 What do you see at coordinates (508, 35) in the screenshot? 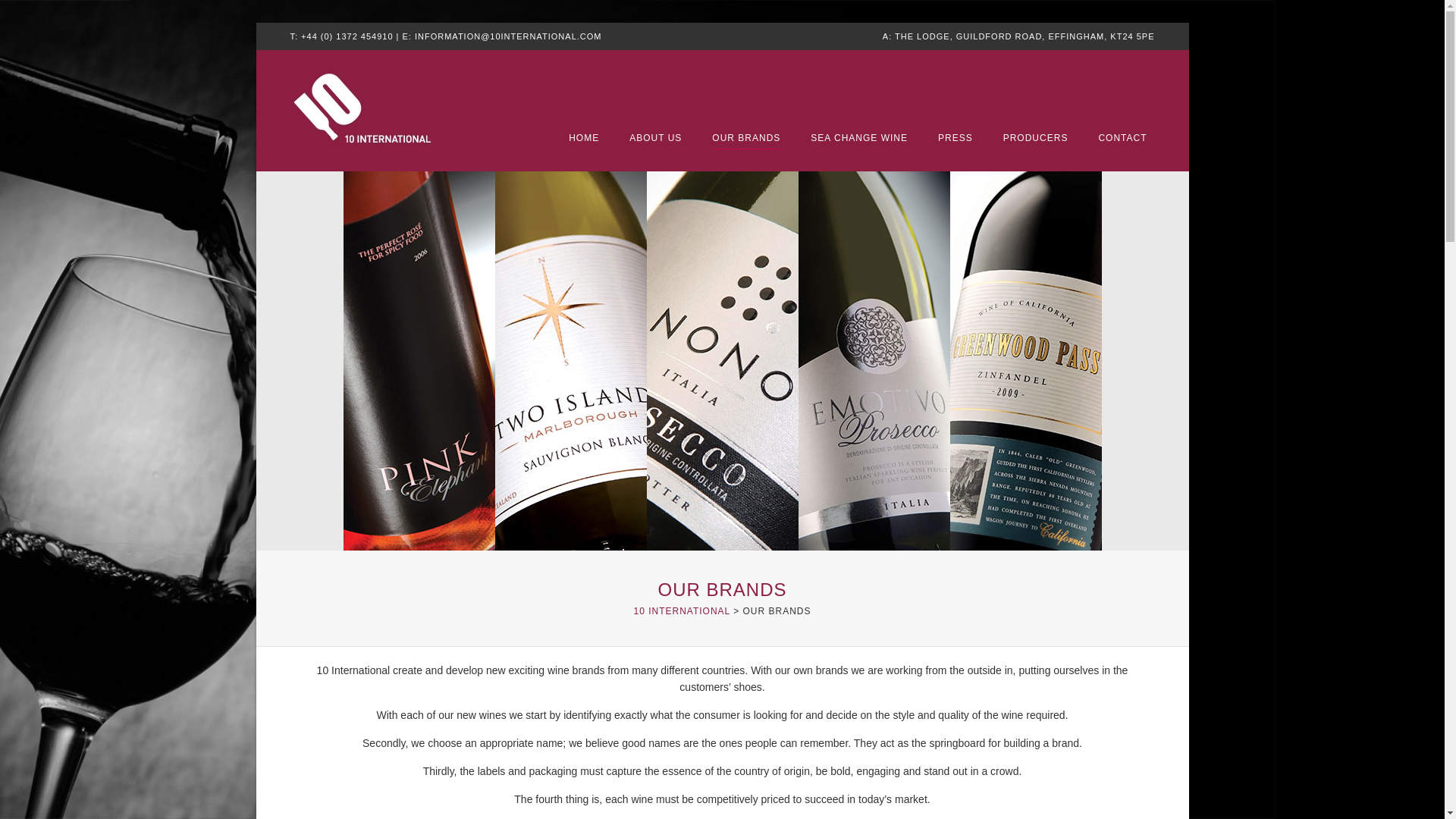
I see `'INFORMATION@10INTERNATIONAL.COM'` at bounding box center [508, 35].